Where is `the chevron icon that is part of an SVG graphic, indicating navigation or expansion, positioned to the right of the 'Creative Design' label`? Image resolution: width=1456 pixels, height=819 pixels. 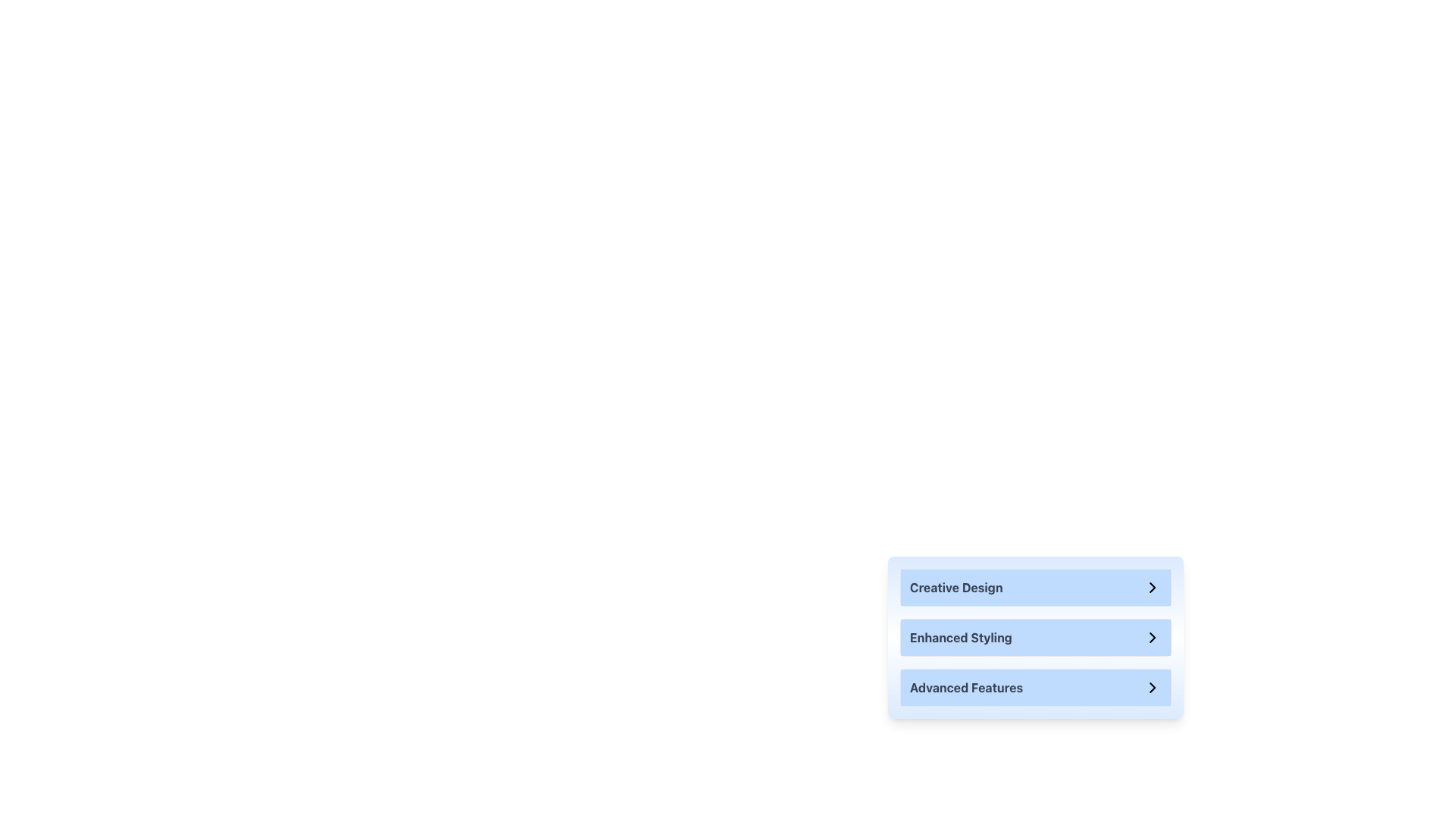
the chevron icon that is part of an SVG graphic, indicating navigation or expansion, positioned to the right of the 'Creative Design' label is located at coordinates (1153, 587).